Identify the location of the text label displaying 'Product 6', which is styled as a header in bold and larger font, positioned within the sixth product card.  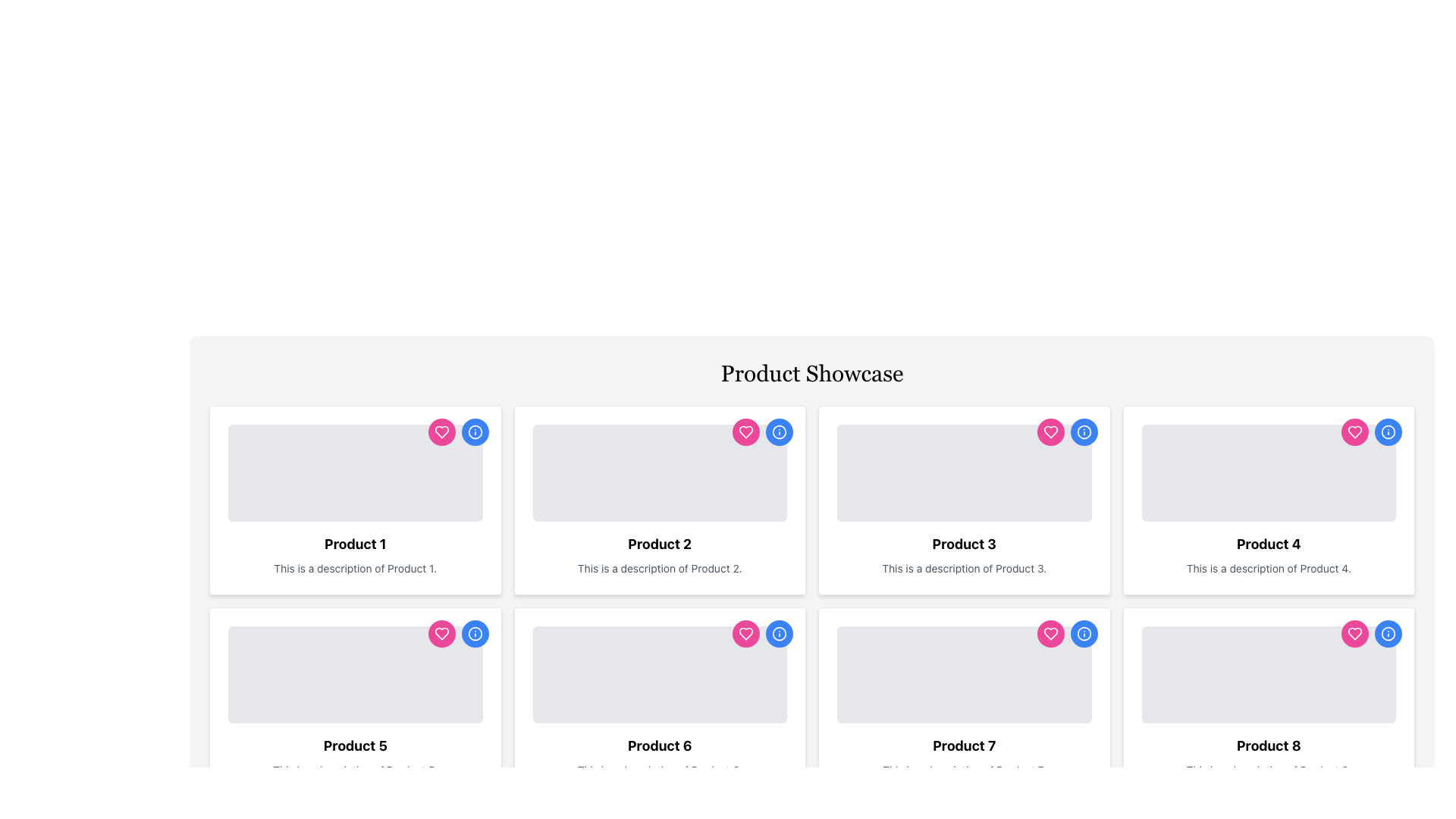
(660, 745).